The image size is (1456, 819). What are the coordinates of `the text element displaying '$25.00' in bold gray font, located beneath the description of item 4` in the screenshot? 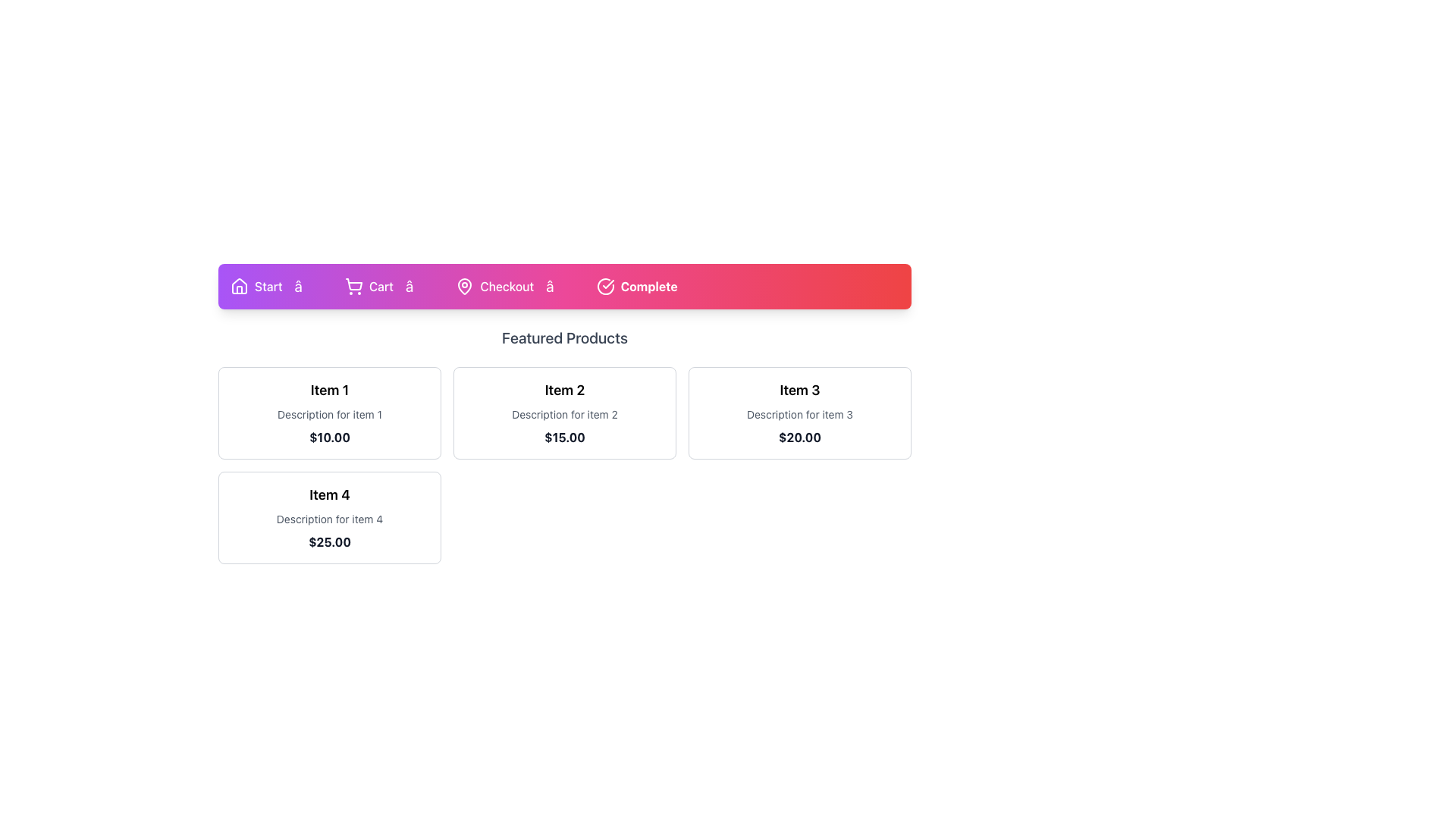 It's located at (329, 541).